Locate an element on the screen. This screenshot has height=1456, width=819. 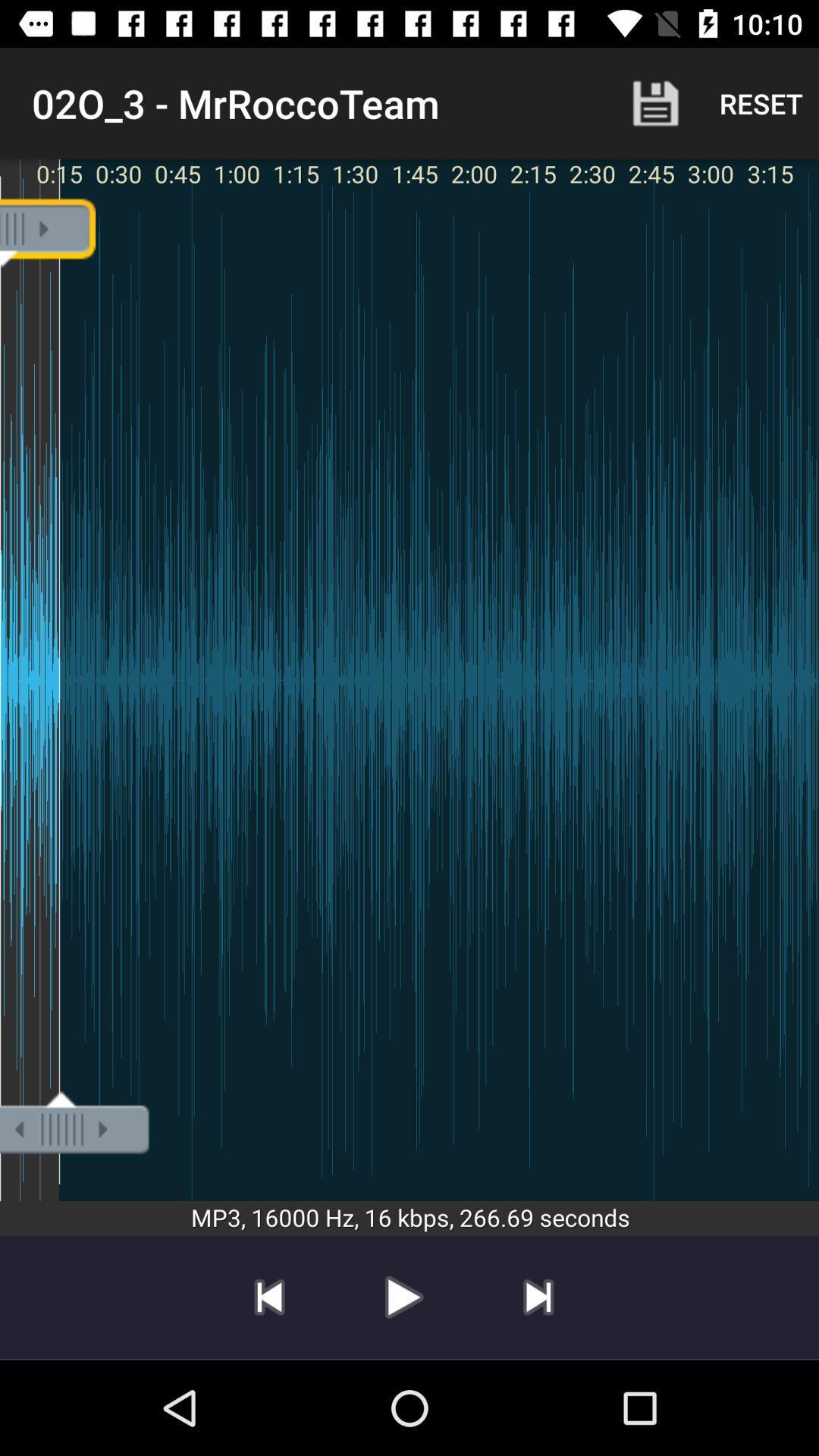
the skip_previous icon is located at coordinates (268, 1296).